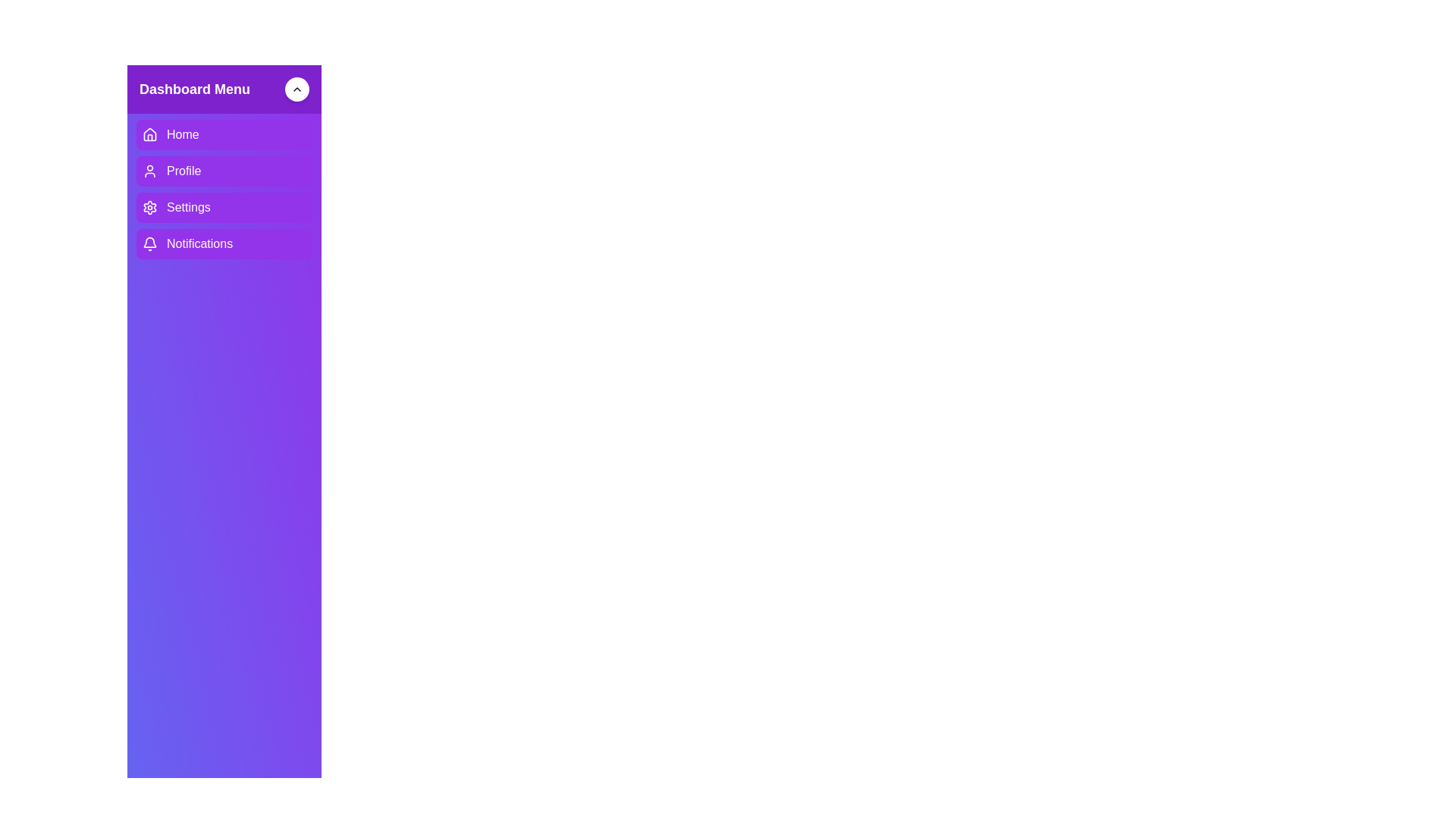 The height and width of the screenshot is (819, 1456). Describe the element at coordinates (297, 89) in the screenshot. I see `the circular button with a white background and black chevron-up icon located in the top-right corner of the purple header bar labeled 'Dashboard Menu'` at that location.